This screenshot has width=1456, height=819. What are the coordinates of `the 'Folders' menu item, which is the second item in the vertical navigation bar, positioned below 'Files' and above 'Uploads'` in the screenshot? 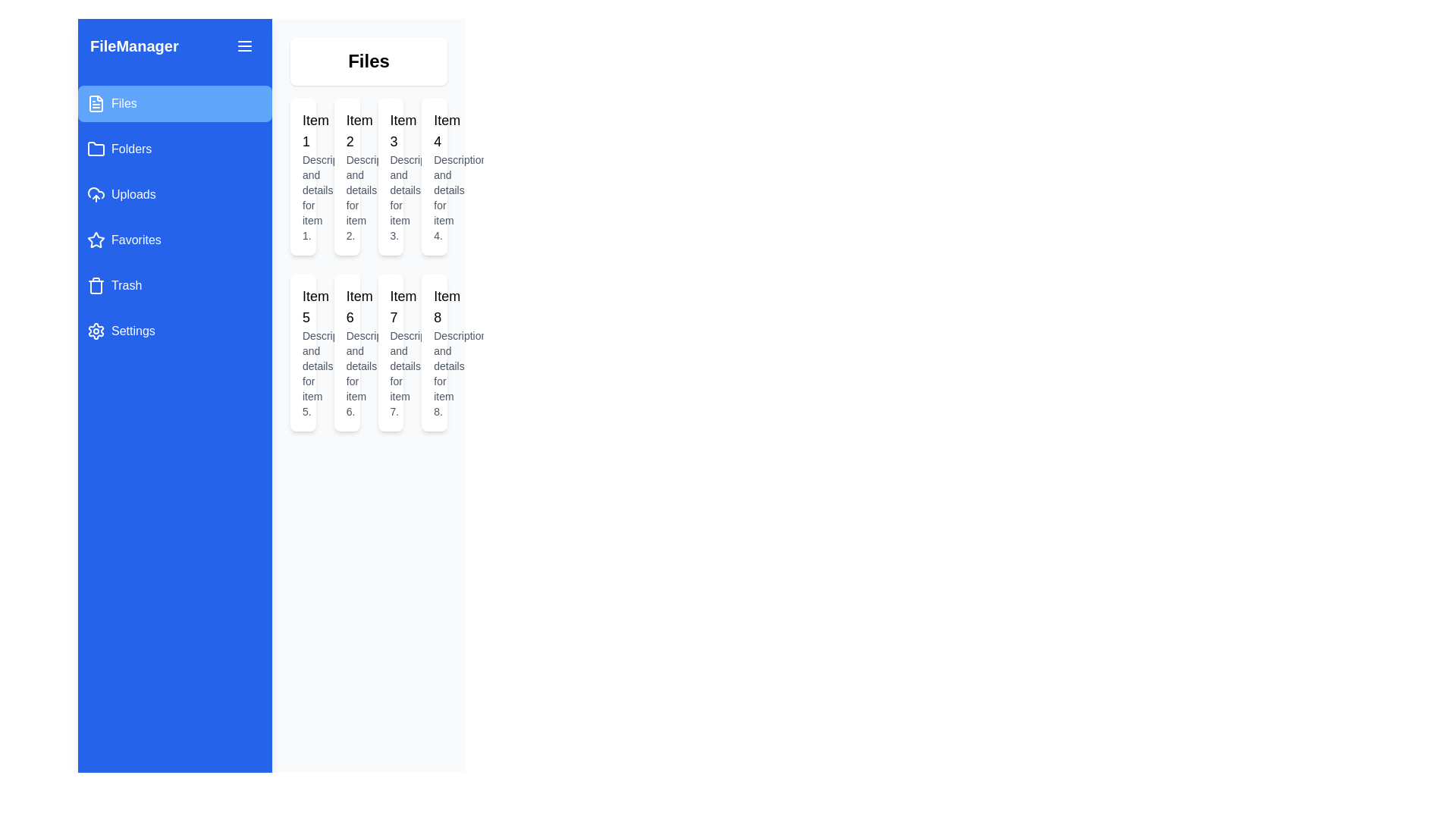 It's located at (131, 149).